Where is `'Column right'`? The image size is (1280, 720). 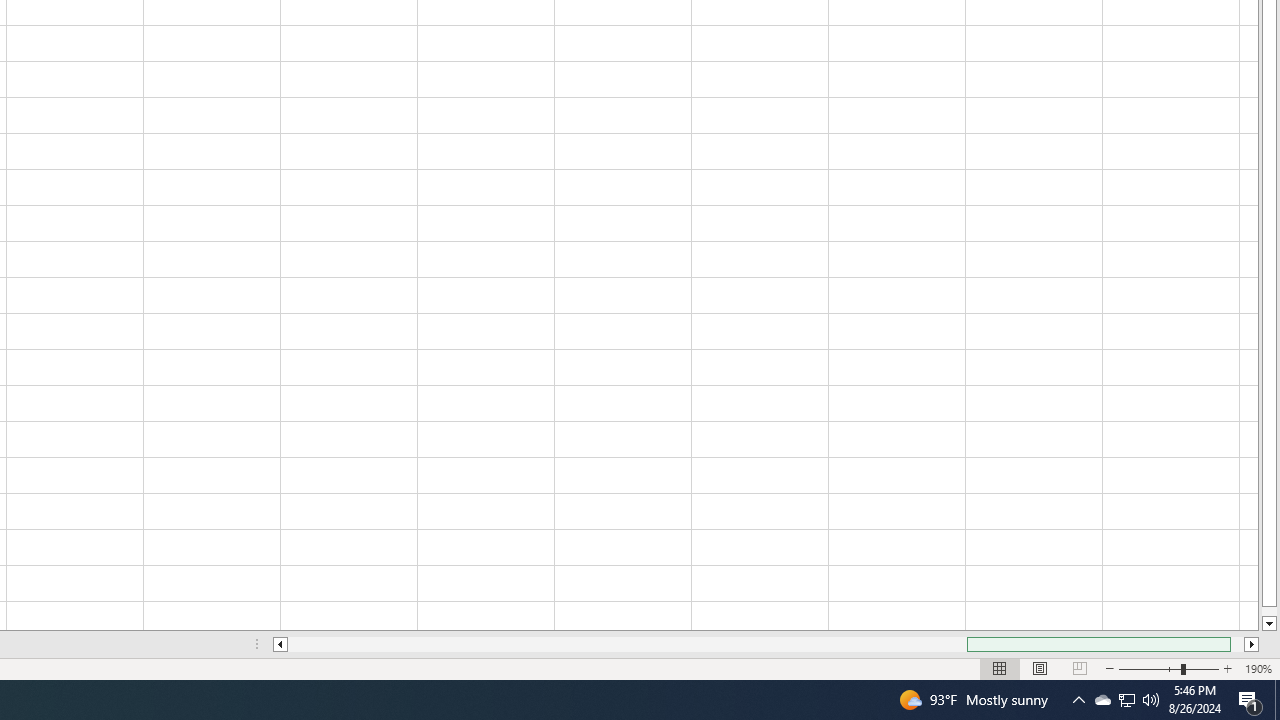
'Column right' is located at coordinates (1251, 644).